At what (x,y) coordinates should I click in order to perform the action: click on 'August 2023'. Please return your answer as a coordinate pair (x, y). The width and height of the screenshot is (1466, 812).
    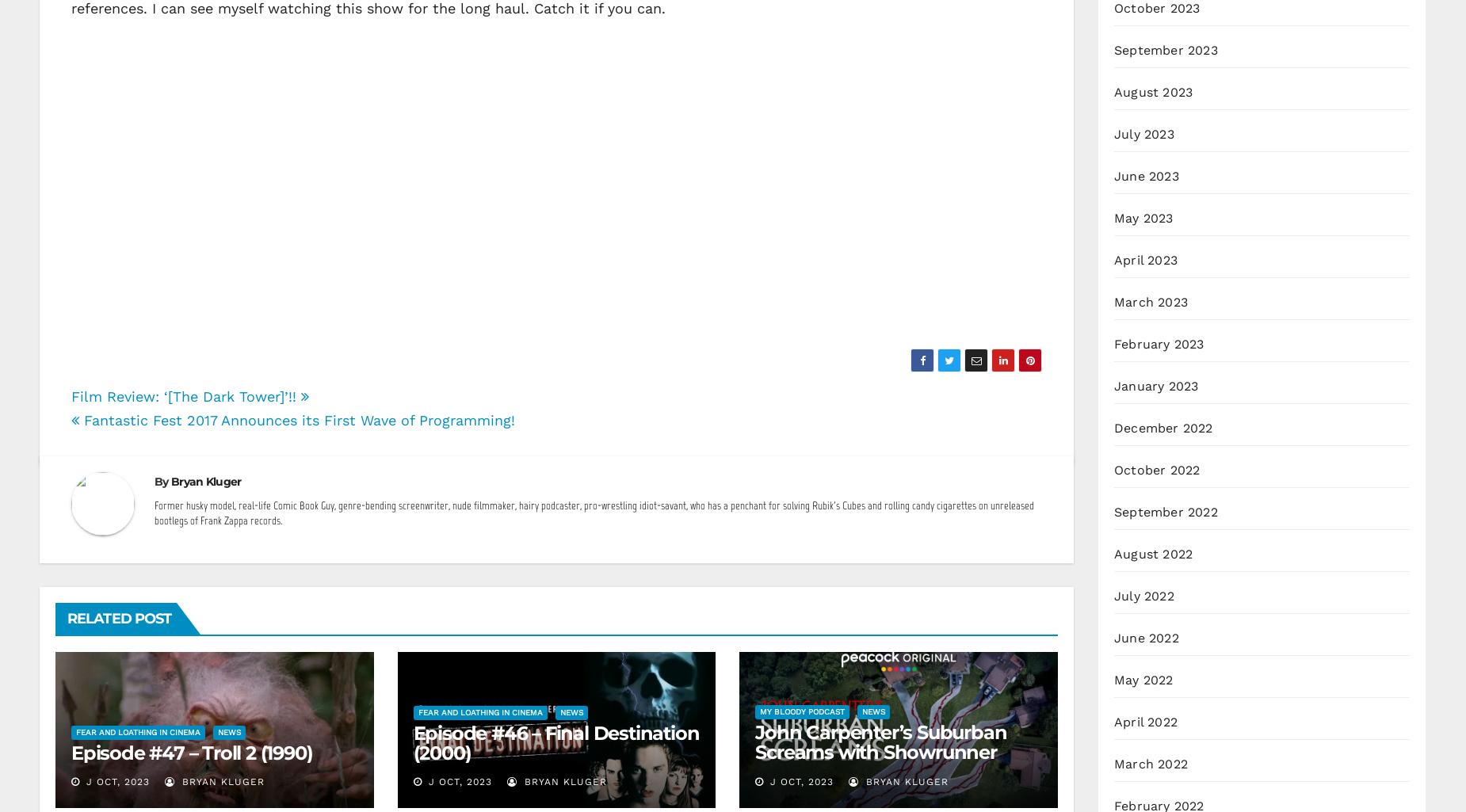
    Looking at the image, I should click on (1153, 92).